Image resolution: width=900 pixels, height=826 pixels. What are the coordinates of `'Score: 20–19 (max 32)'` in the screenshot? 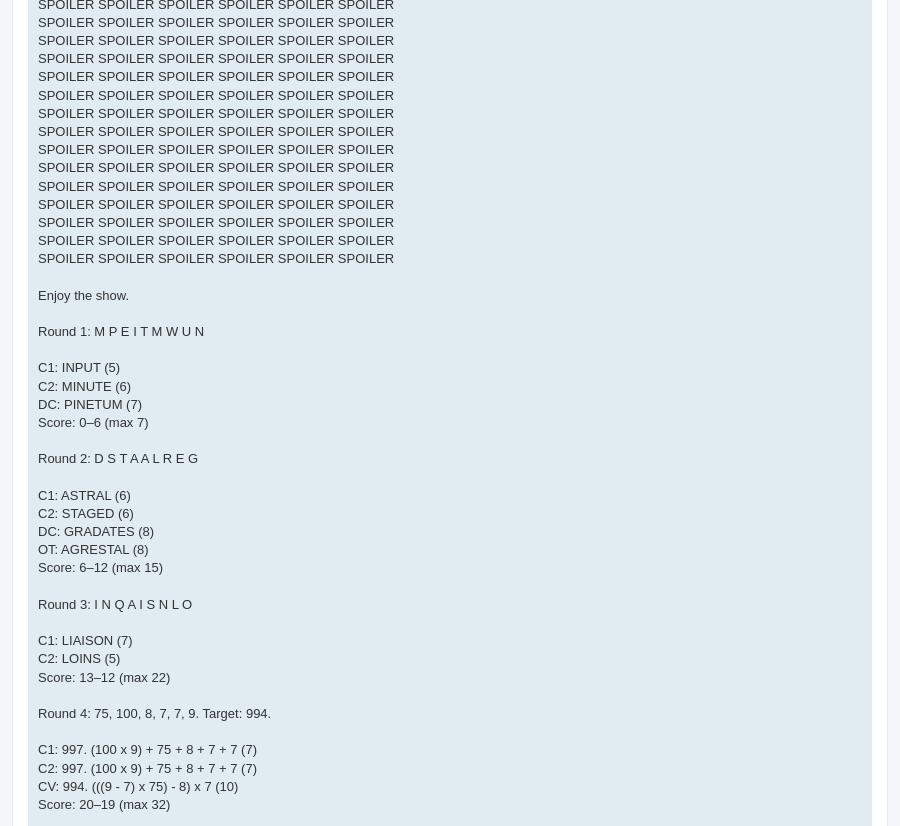 It's located at (103, 802).